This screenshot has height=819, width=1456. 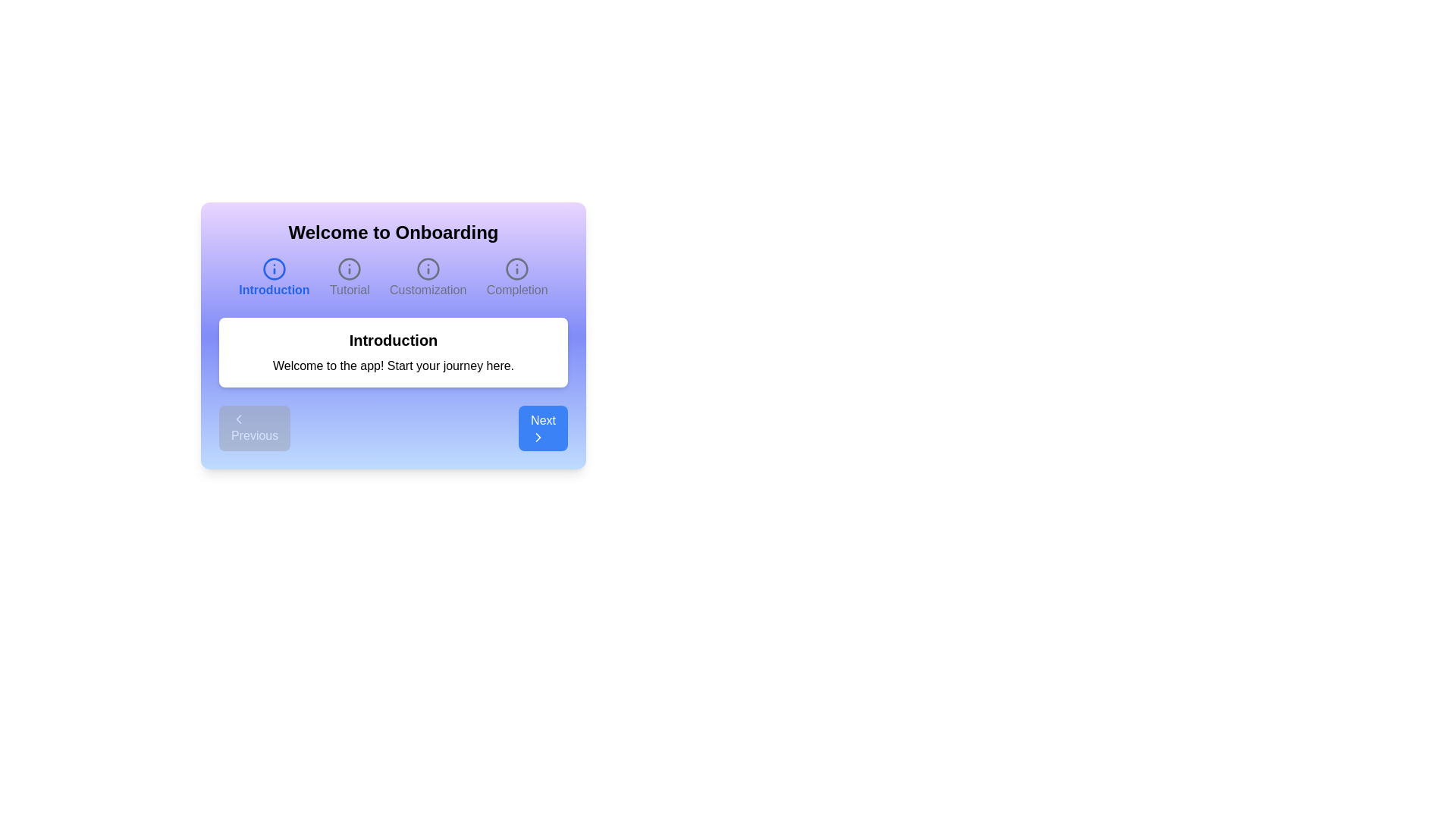 What do you see at coordinates (393, 278) in the screenshot?
I see `the active stage in the horizontal navigation bar with progress indicators` at bounding box center [393, 278].